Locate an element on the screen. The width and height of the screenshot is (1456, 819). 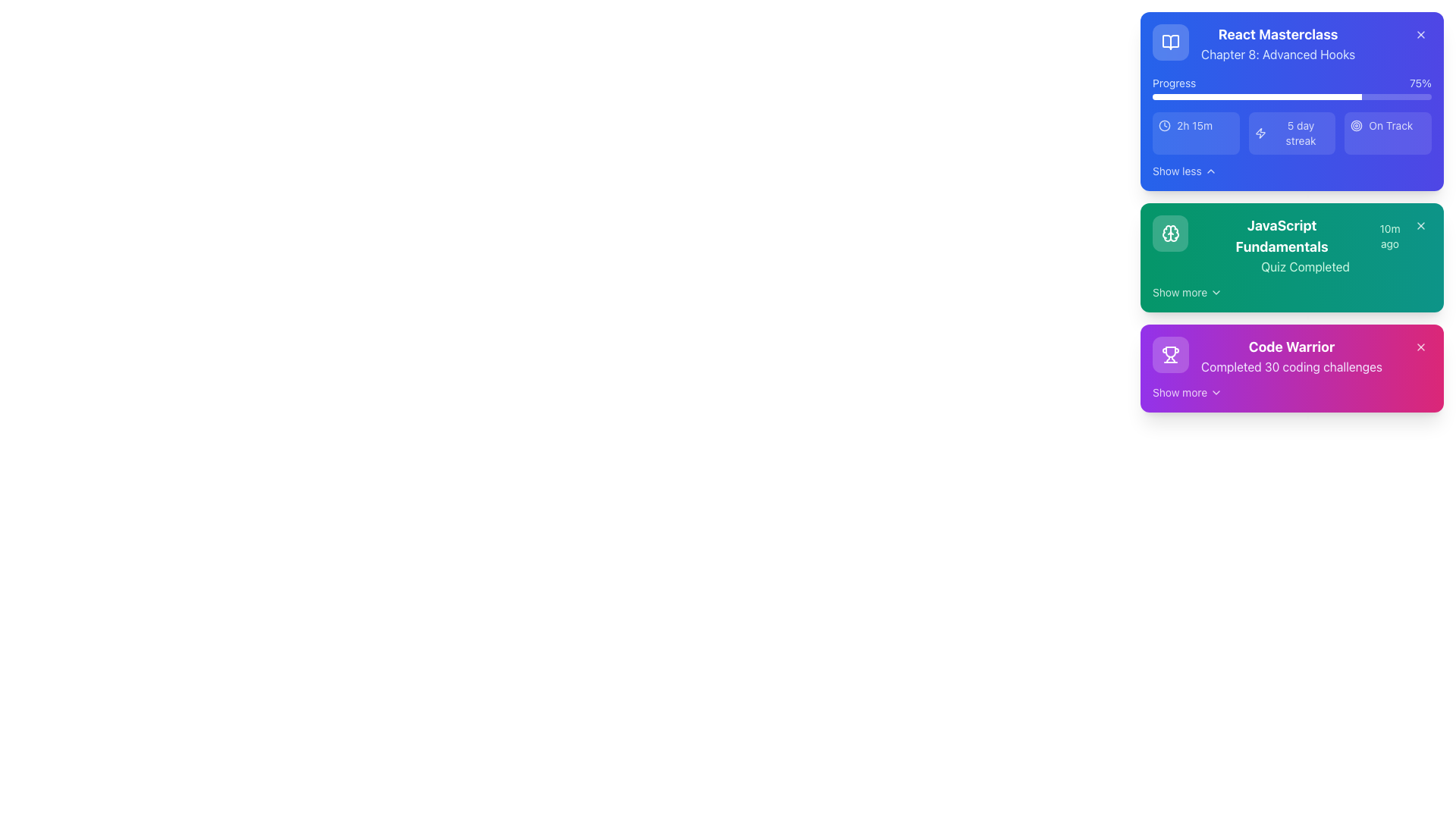
text label saying 'Chapter 8: Advanced Hooks' styled with a blue font, located below the title 'React Masterclass' within the blue card is located at coordinates (1277, 54).